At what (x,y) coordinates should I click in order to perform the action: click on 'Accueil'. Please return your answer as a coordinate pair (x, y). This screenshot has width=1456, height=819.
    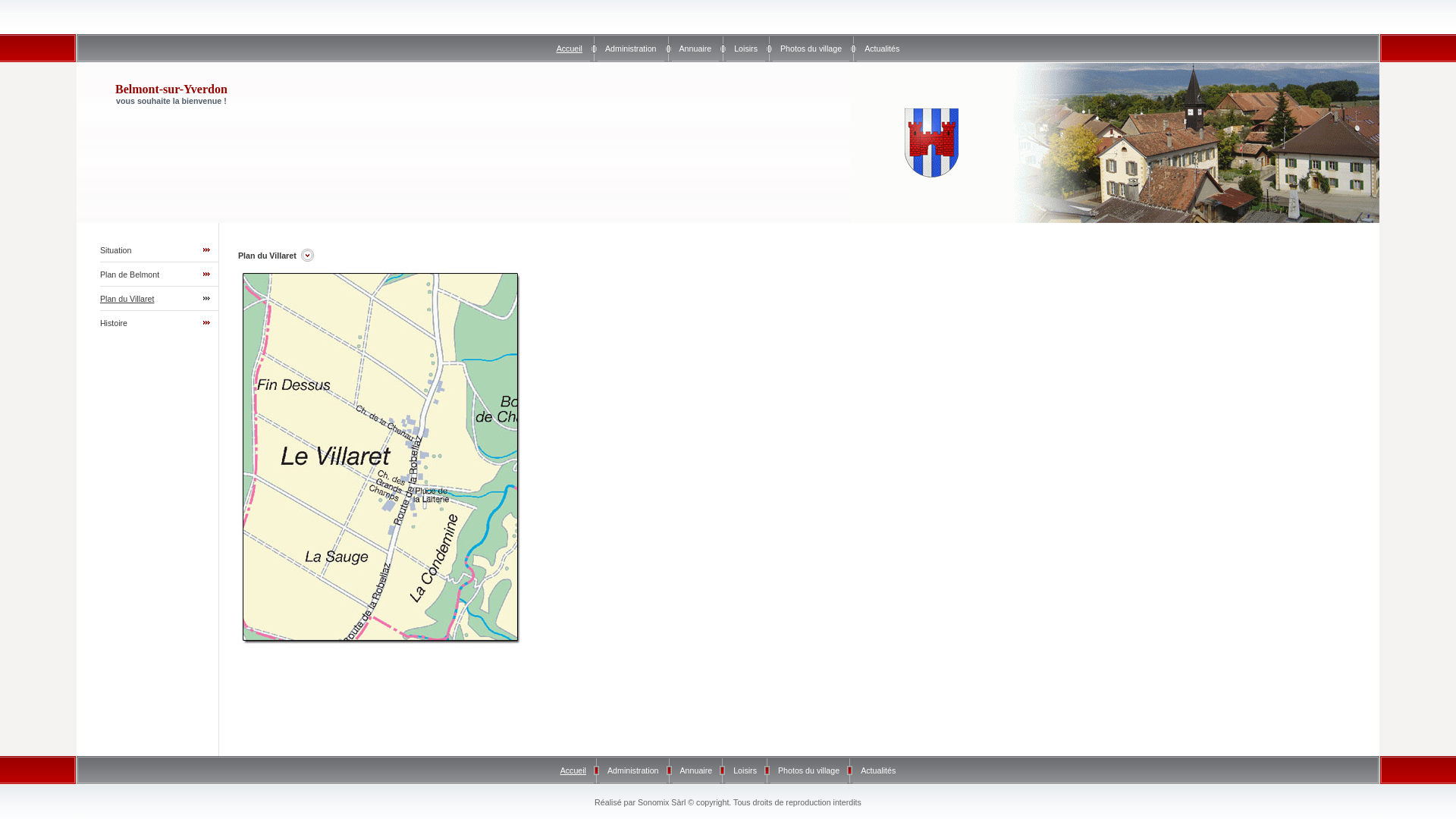
    Looking at the image, I should click on (568, 48).